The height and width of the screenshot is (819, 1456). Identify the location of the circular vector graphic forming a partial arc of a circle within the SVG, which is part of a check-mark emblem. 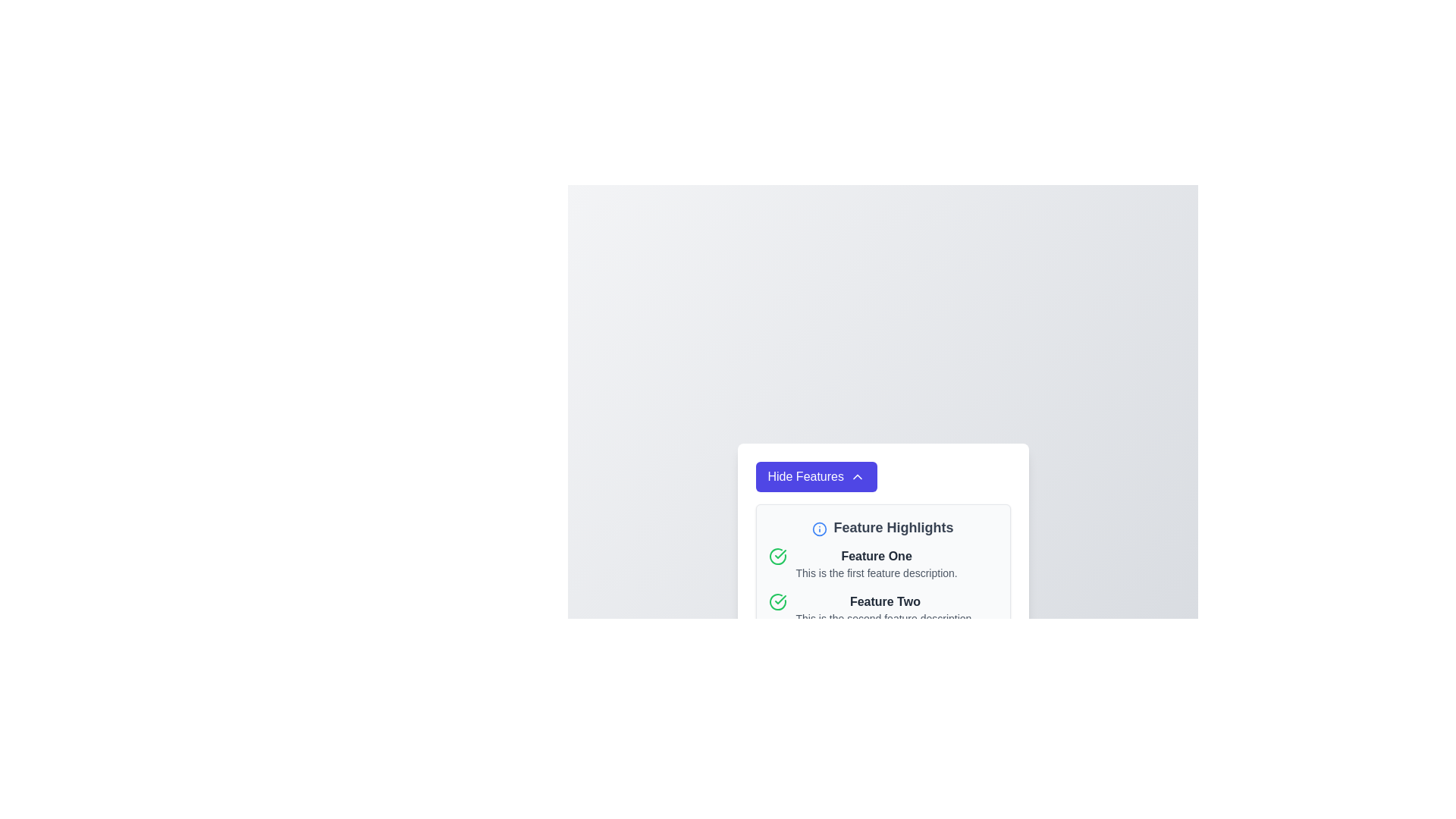
(777, 556).